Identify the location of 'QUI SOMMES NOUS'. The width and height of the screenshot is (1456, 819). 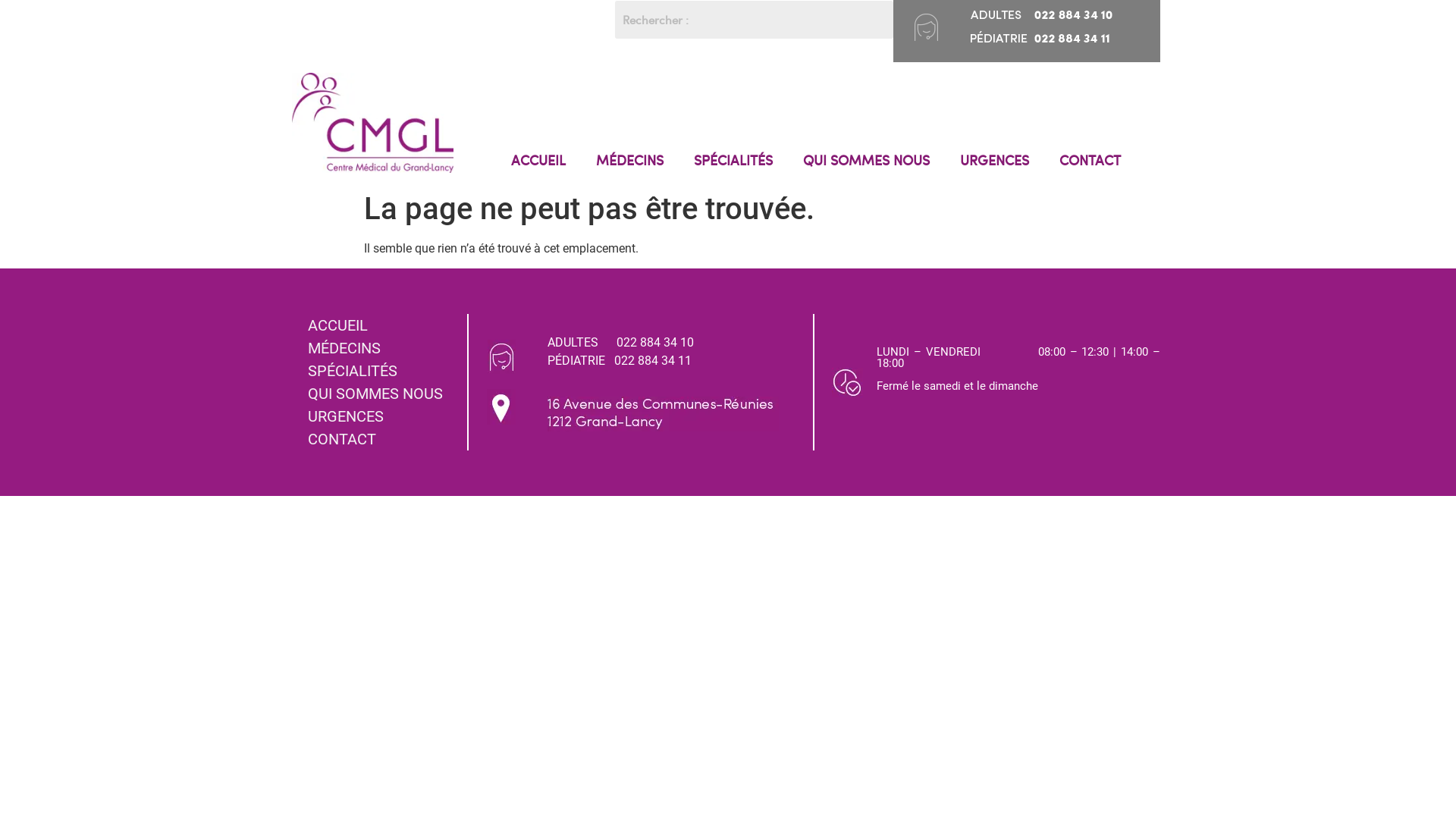
(866, 160).